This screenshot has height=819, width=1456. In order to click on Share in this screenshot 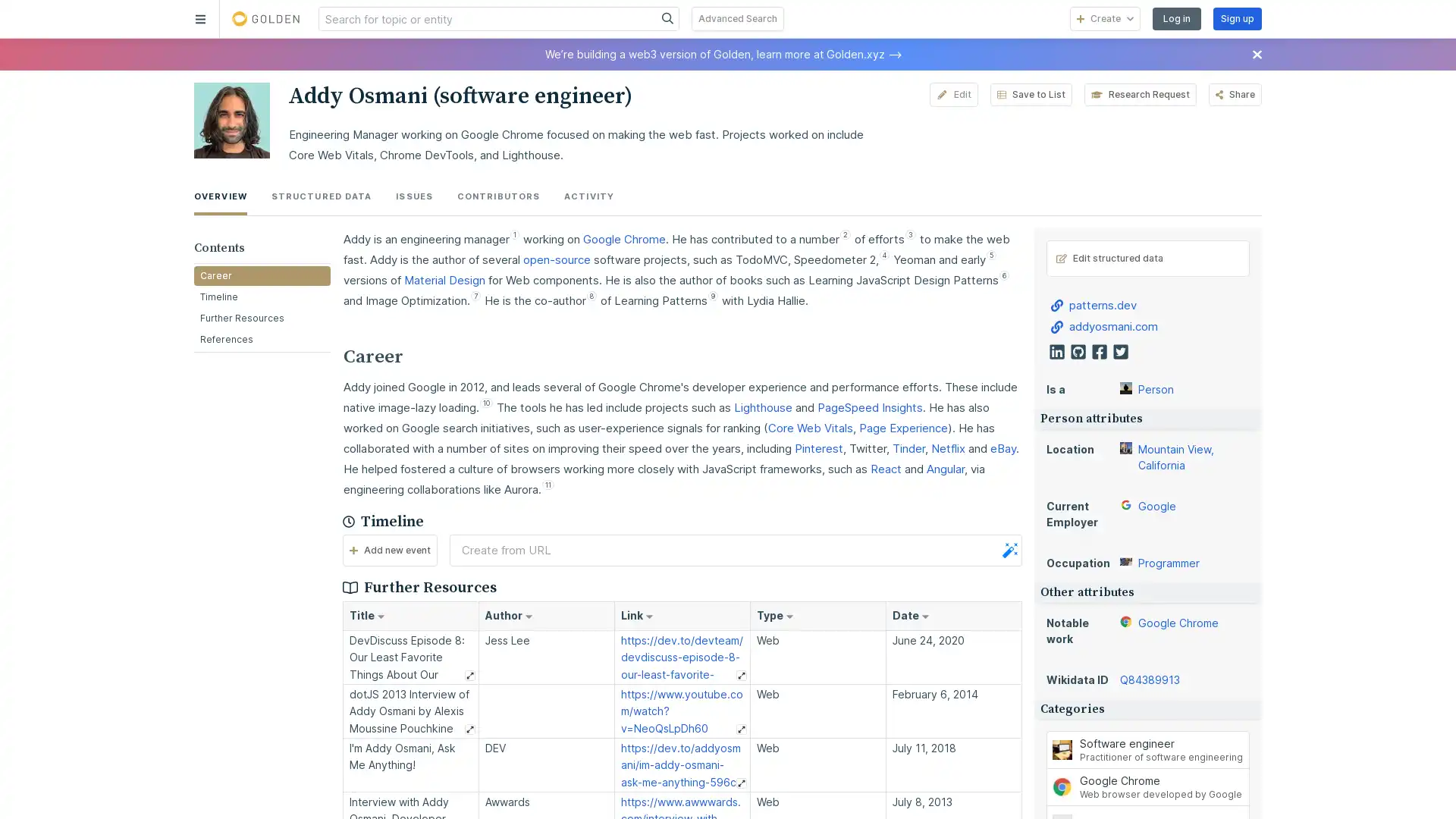, I will do `click(1235, 94)`.